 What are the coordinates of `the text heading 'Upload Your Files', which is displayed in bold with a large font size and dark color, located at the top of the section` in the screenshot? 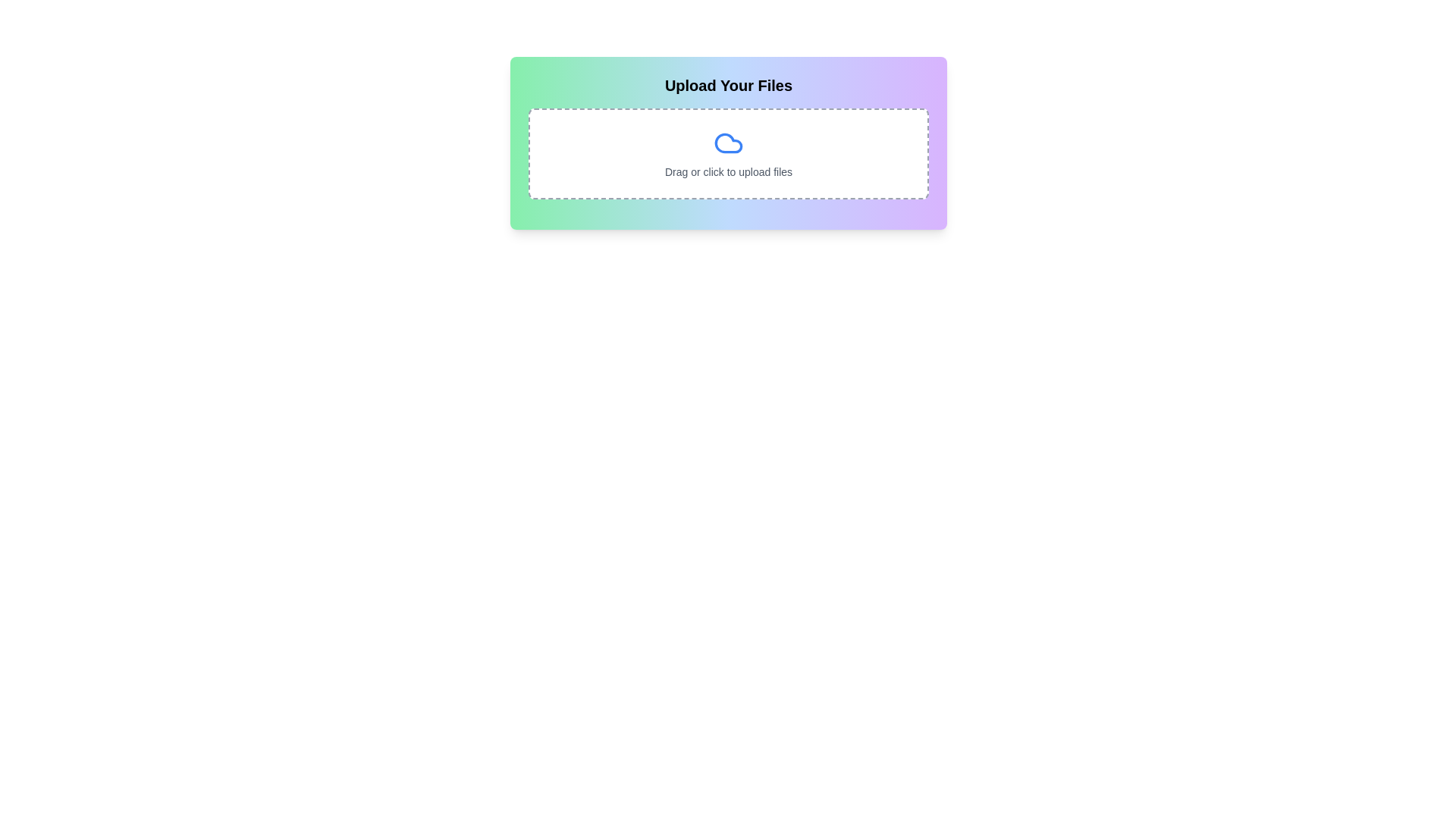 It's located at (728, 85).